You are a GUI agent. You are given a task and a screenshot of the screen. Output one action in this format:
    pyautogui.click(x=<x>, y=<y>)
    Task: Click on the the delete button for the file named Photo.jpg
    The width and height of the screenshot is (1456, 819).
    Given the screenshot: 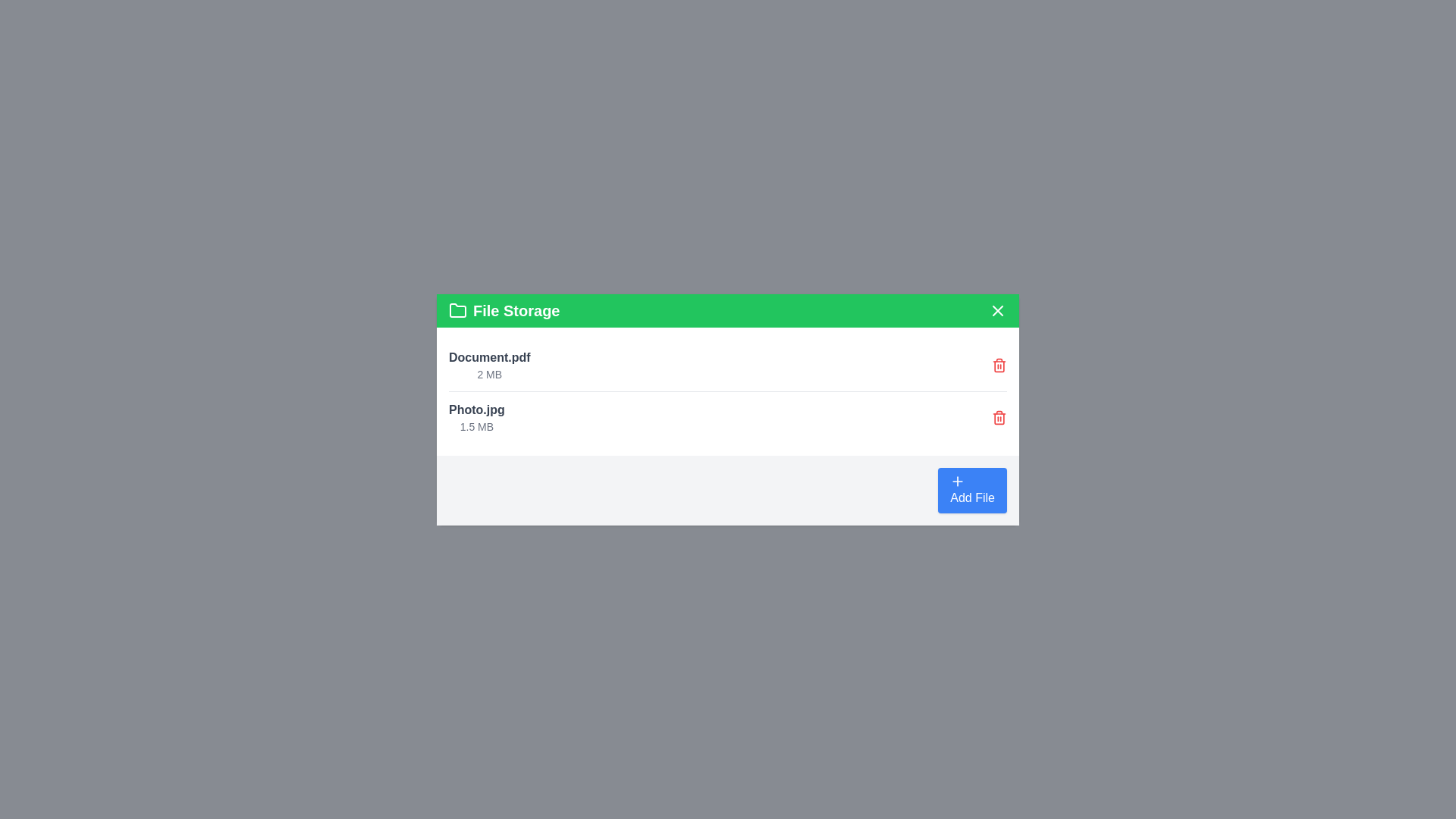 What is the action you would take?
    pyautogui.click(x=999, y=417)
    